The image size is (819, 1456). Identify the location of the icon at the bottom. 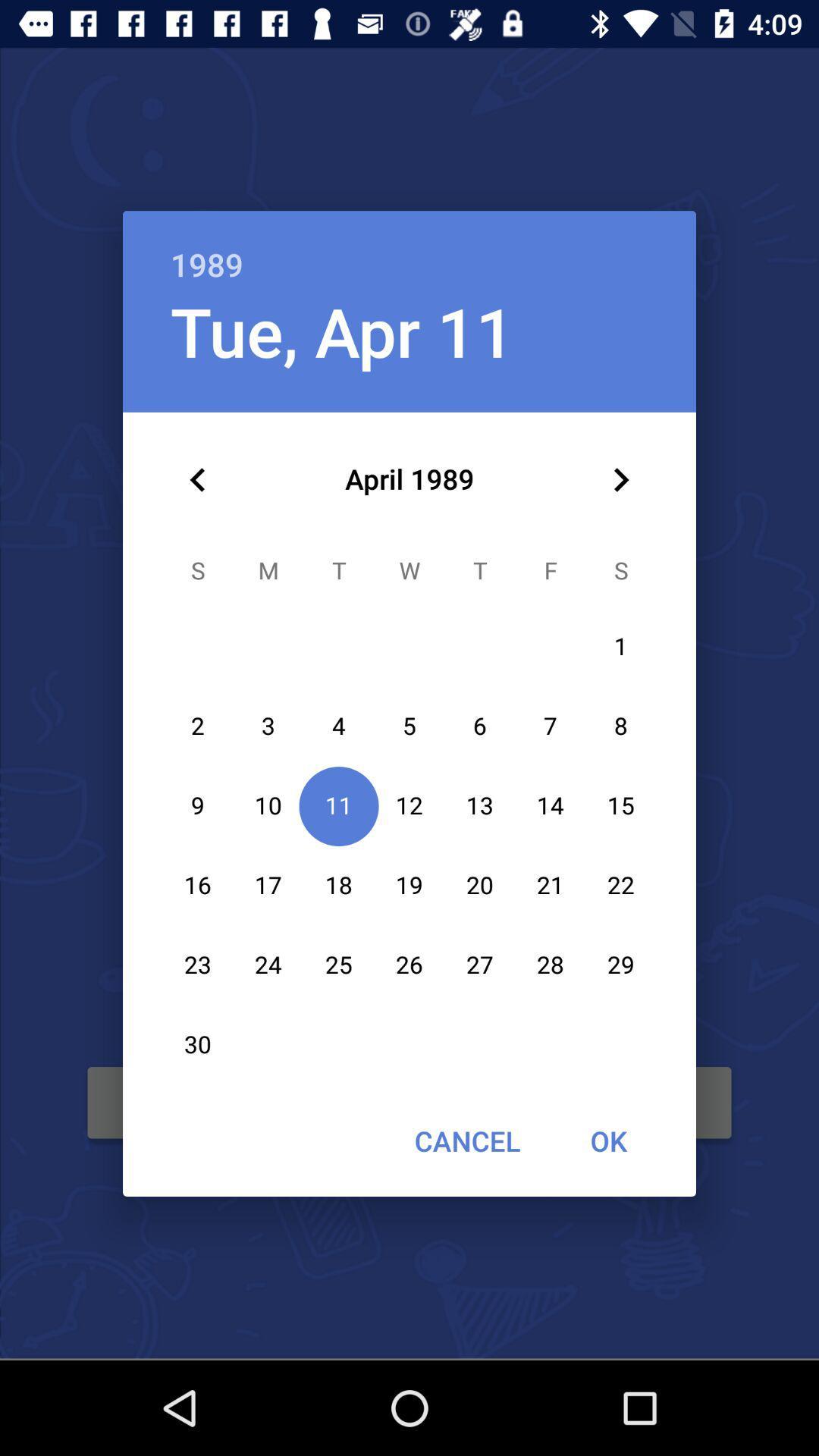
(466, 1141).